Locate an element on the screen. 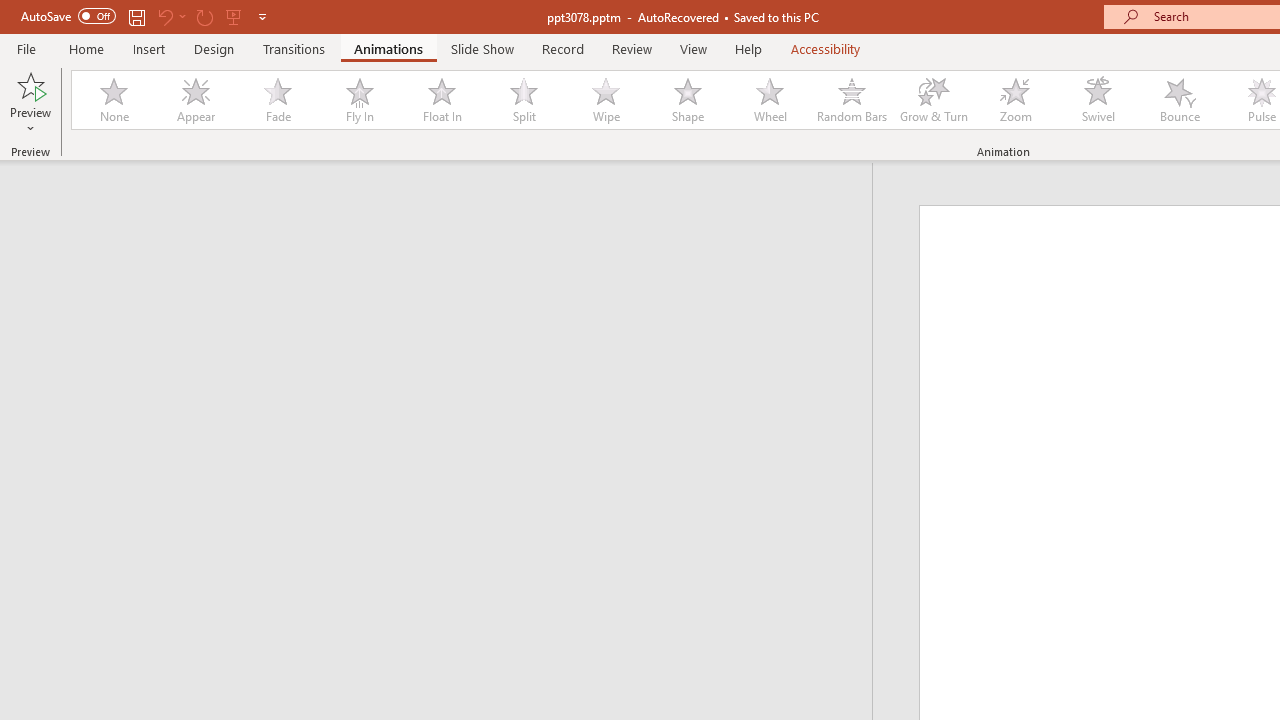 The width and height of the screenshot is (1280, 720). 'Record' is located at coordinates (561, 48).